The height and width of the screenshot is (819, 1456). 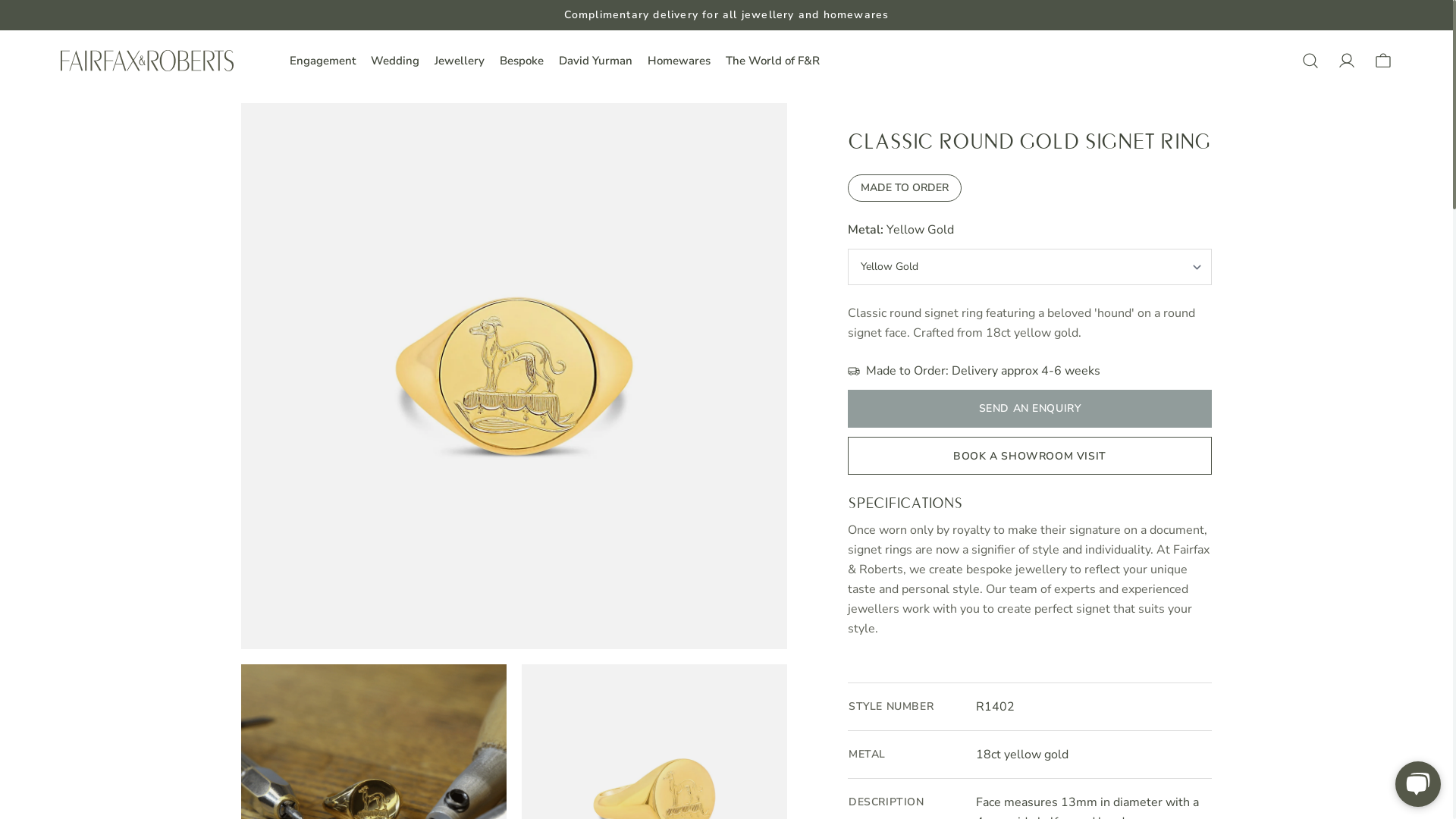 I want to click on 'Wedding', so click(x=371, y=60).